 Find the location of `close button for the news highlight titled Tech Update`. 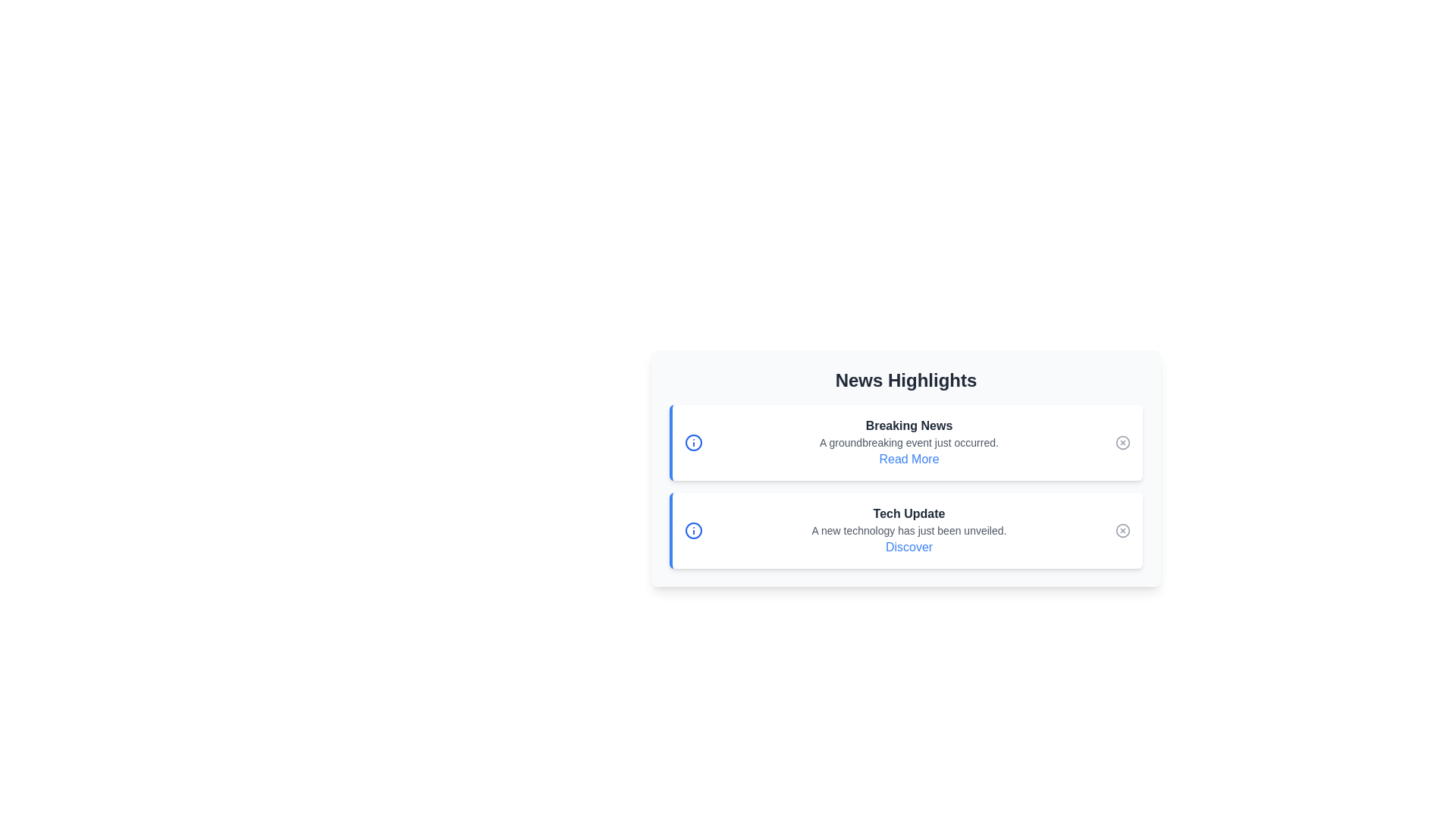

close button for the news highlight titled Tech Update is located at coordinates (1123, 529).